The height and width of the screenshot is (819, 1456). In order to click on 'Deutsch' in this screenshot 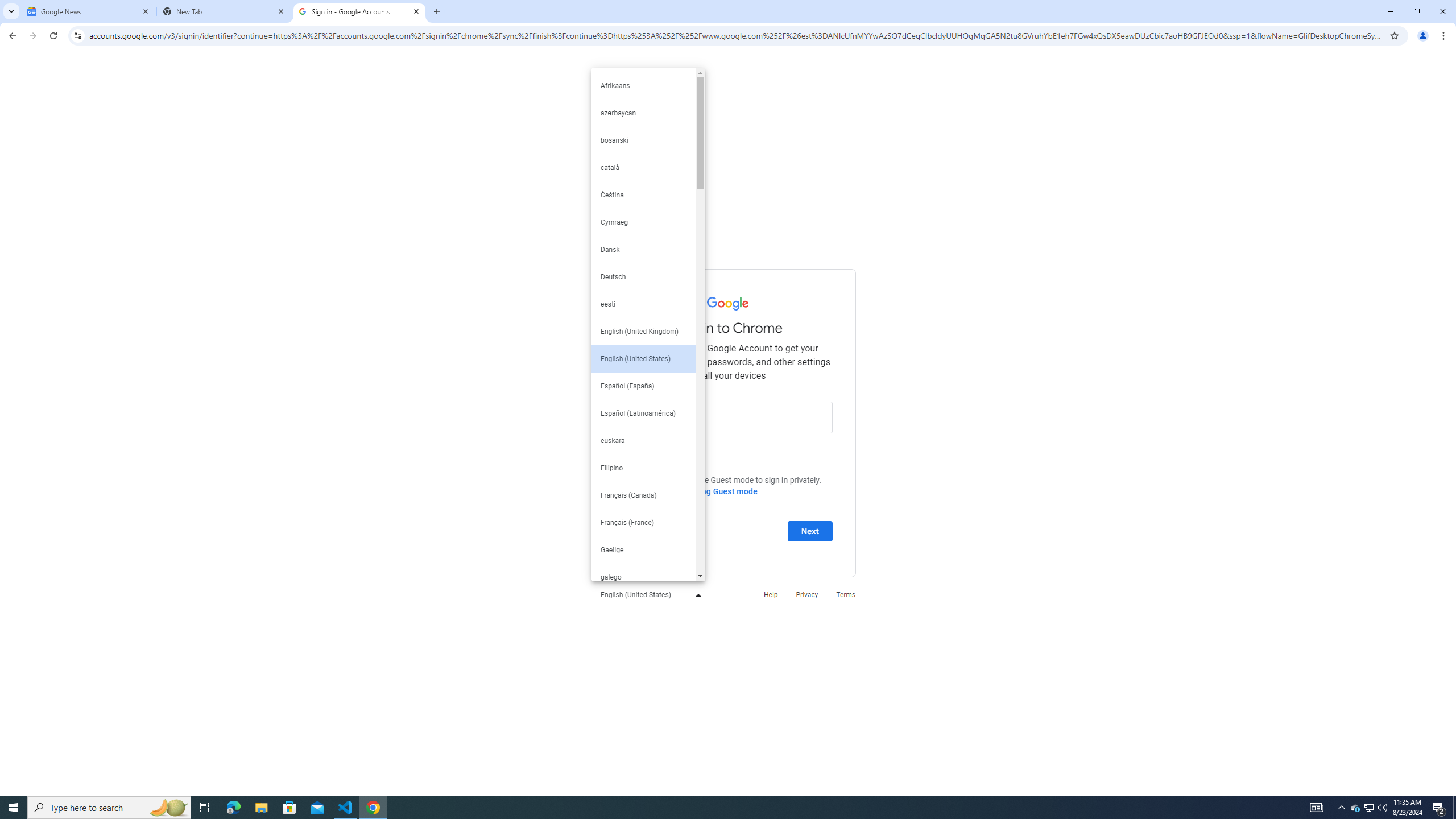, I will do `click(643, 276)`.